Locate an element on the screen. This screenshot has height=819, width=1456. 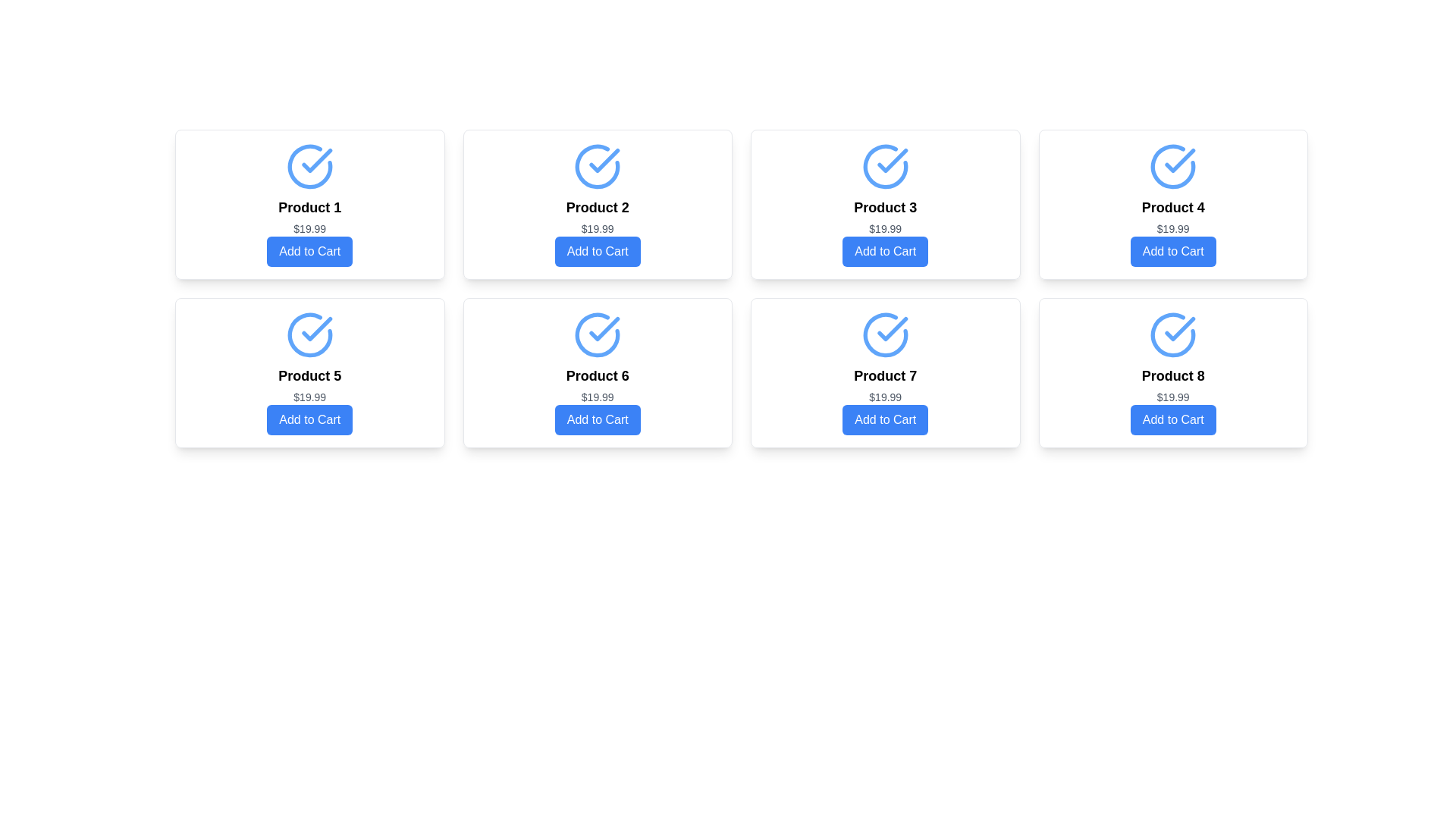
the 'Add to Cart' button with a blue background and white text located at the bottom-right of the 'Product 6' card is located at coordinates (597, 420).